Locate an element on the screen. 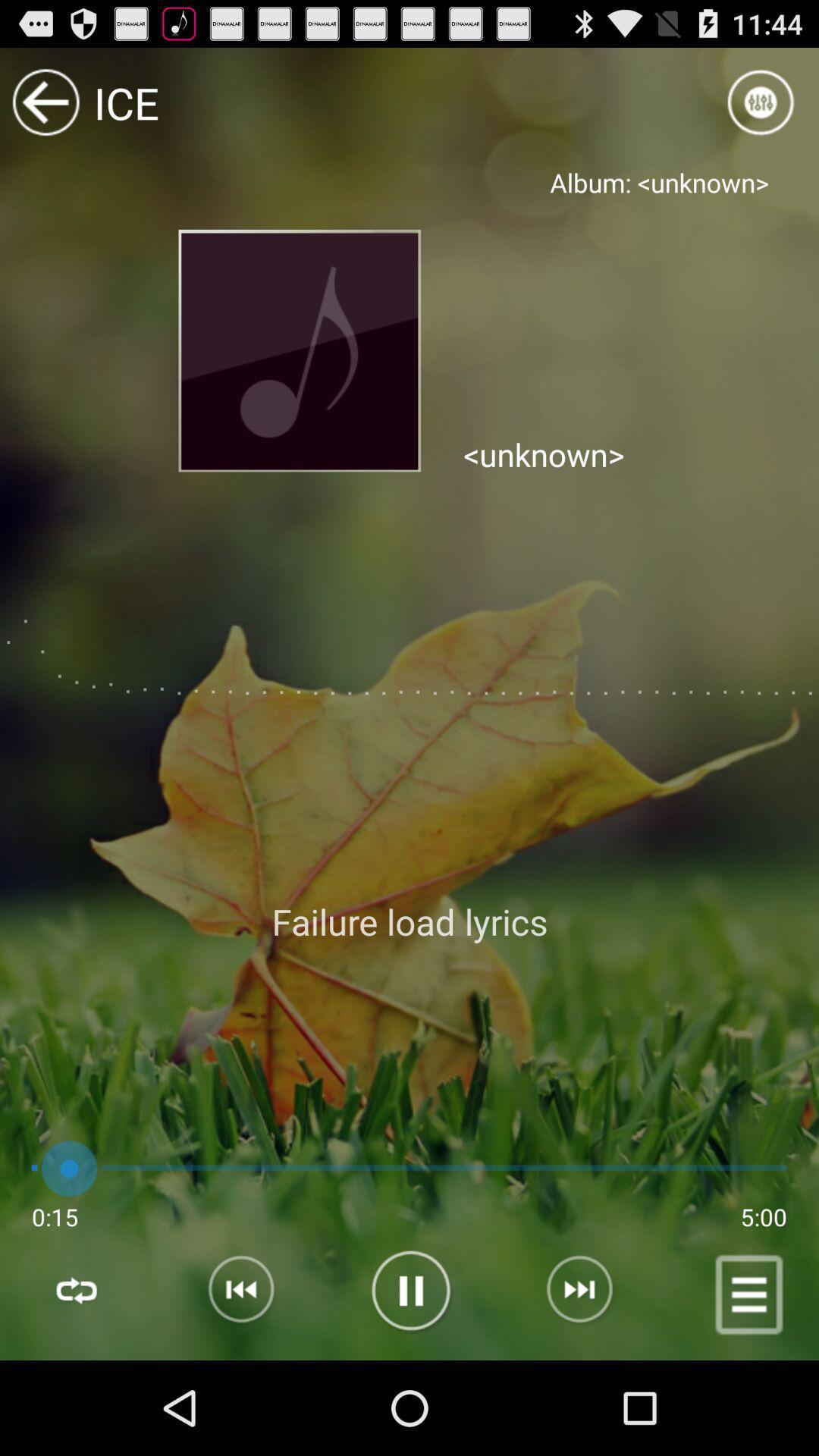  the repeat icon is located at coordinates (75, 1388).